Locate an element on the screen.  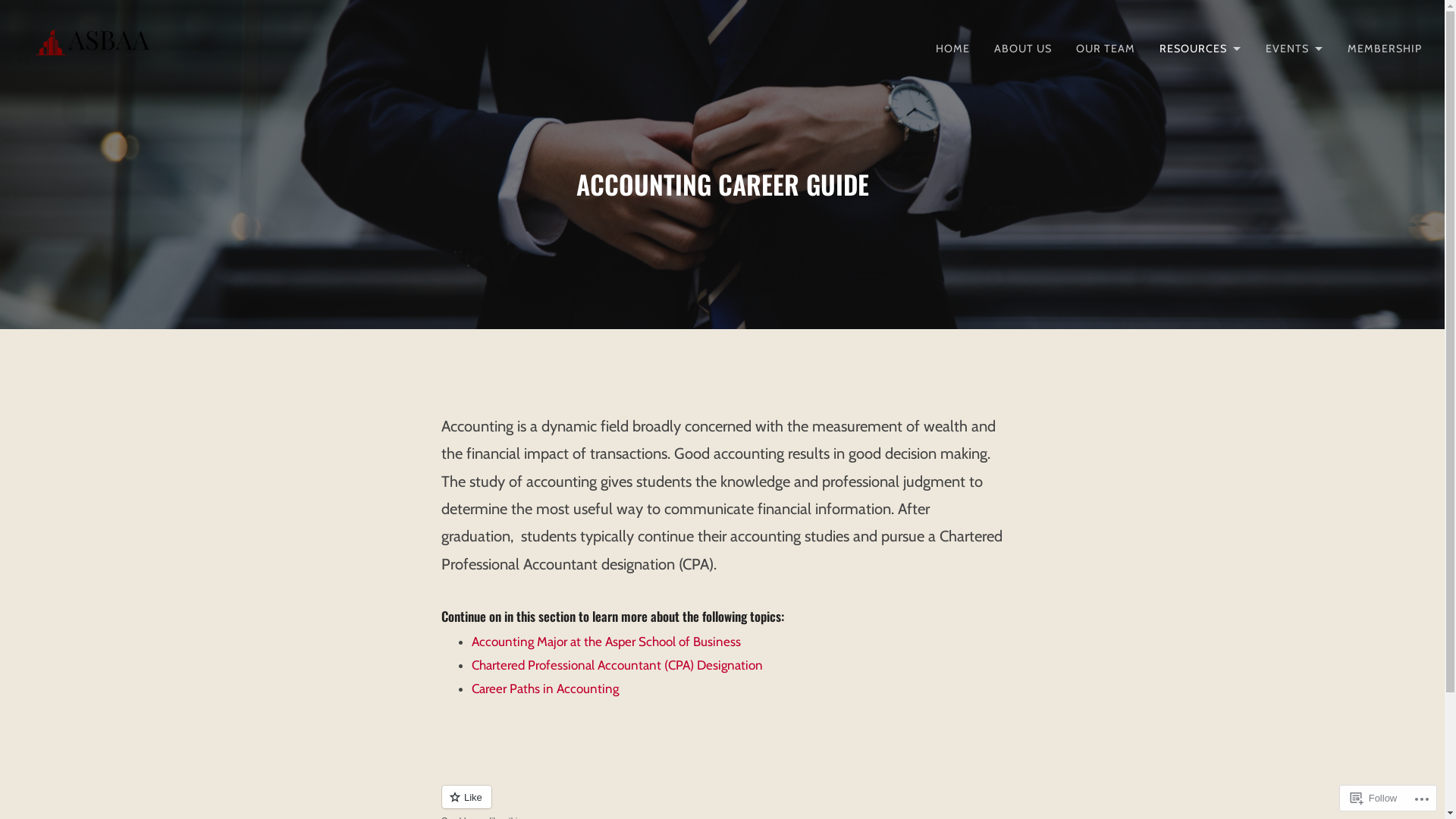
'RESOURCES' is located at coordinates (1200, 48).